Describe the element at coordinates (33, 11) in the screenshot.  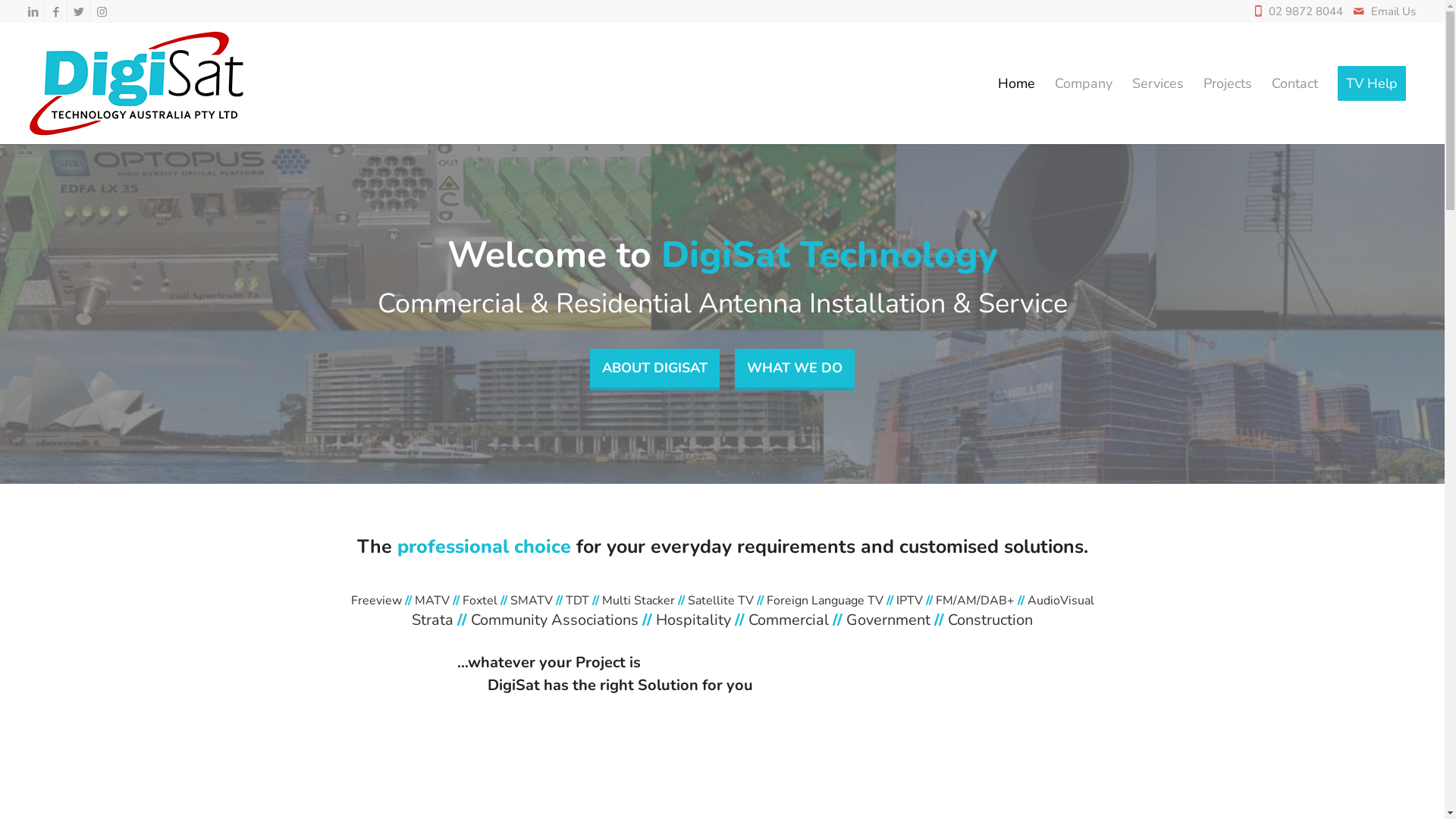
I see `'LinkedIn'` at that location.